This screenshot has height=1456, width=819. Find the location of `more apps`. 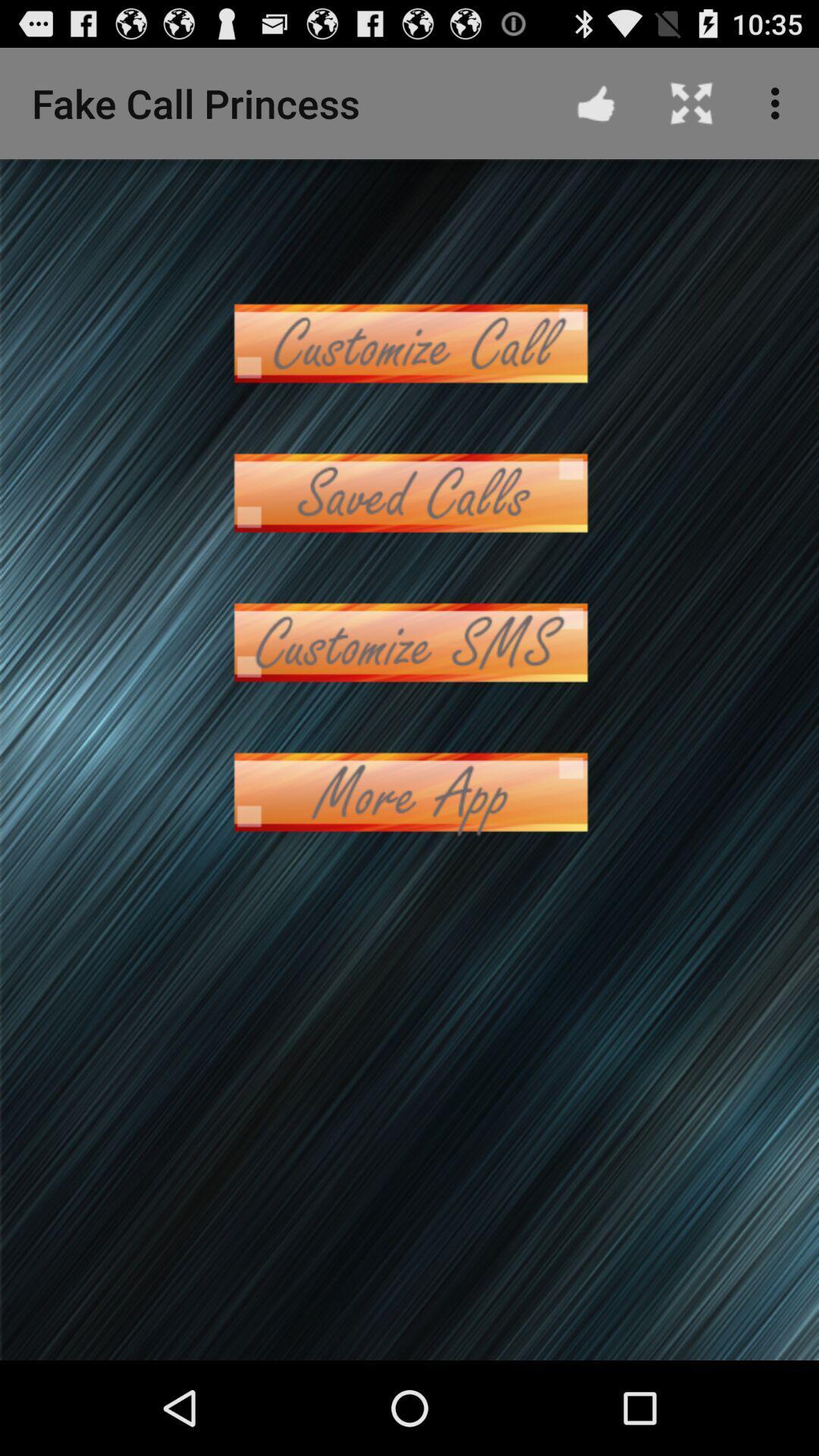

more apps is located at coordinates (409, 791).